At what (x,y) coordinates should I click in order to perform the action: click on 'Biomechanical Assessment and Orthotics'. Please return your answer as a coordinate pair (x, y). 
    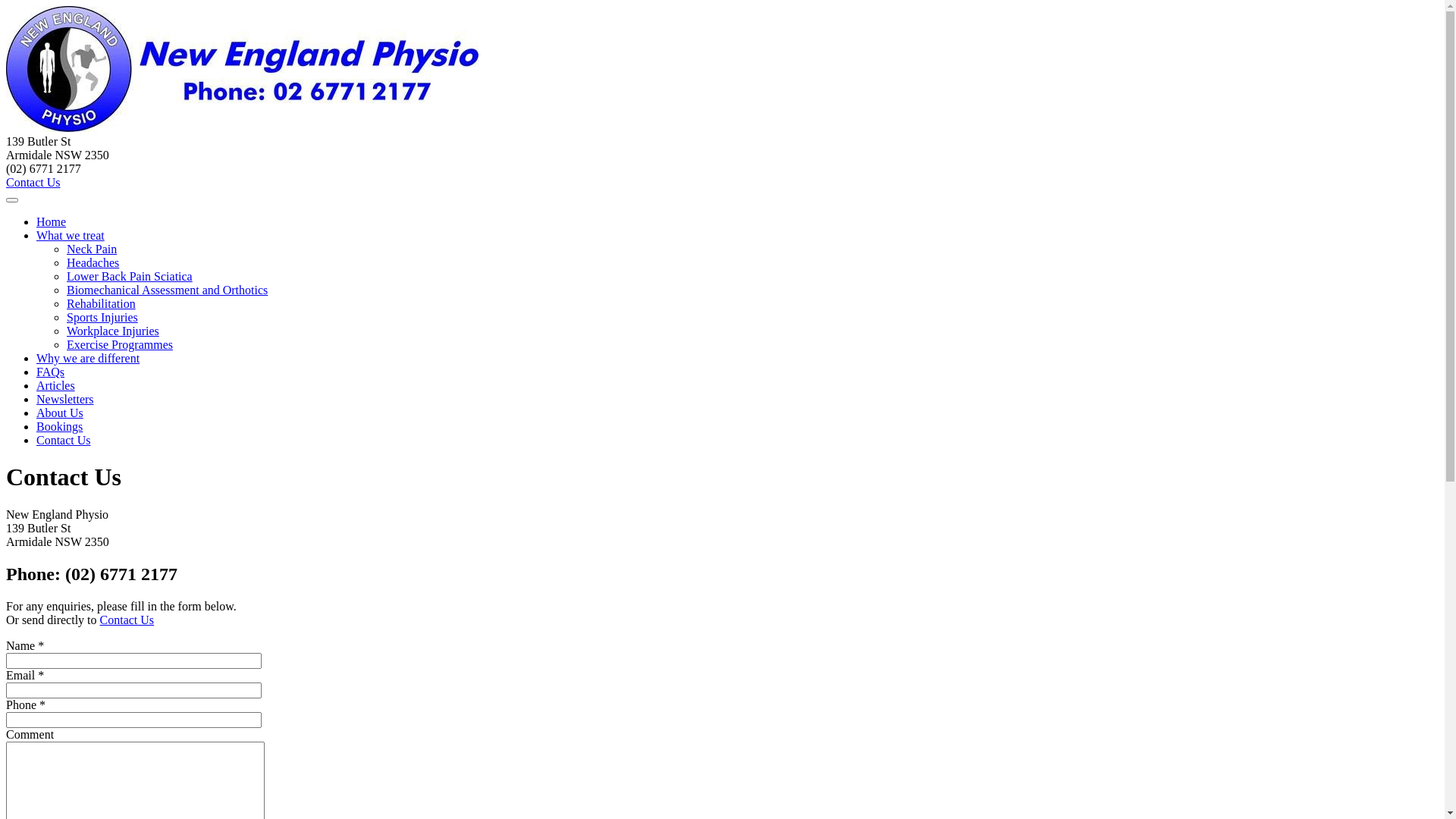
    Looking at the image, I should click on (65, 290).